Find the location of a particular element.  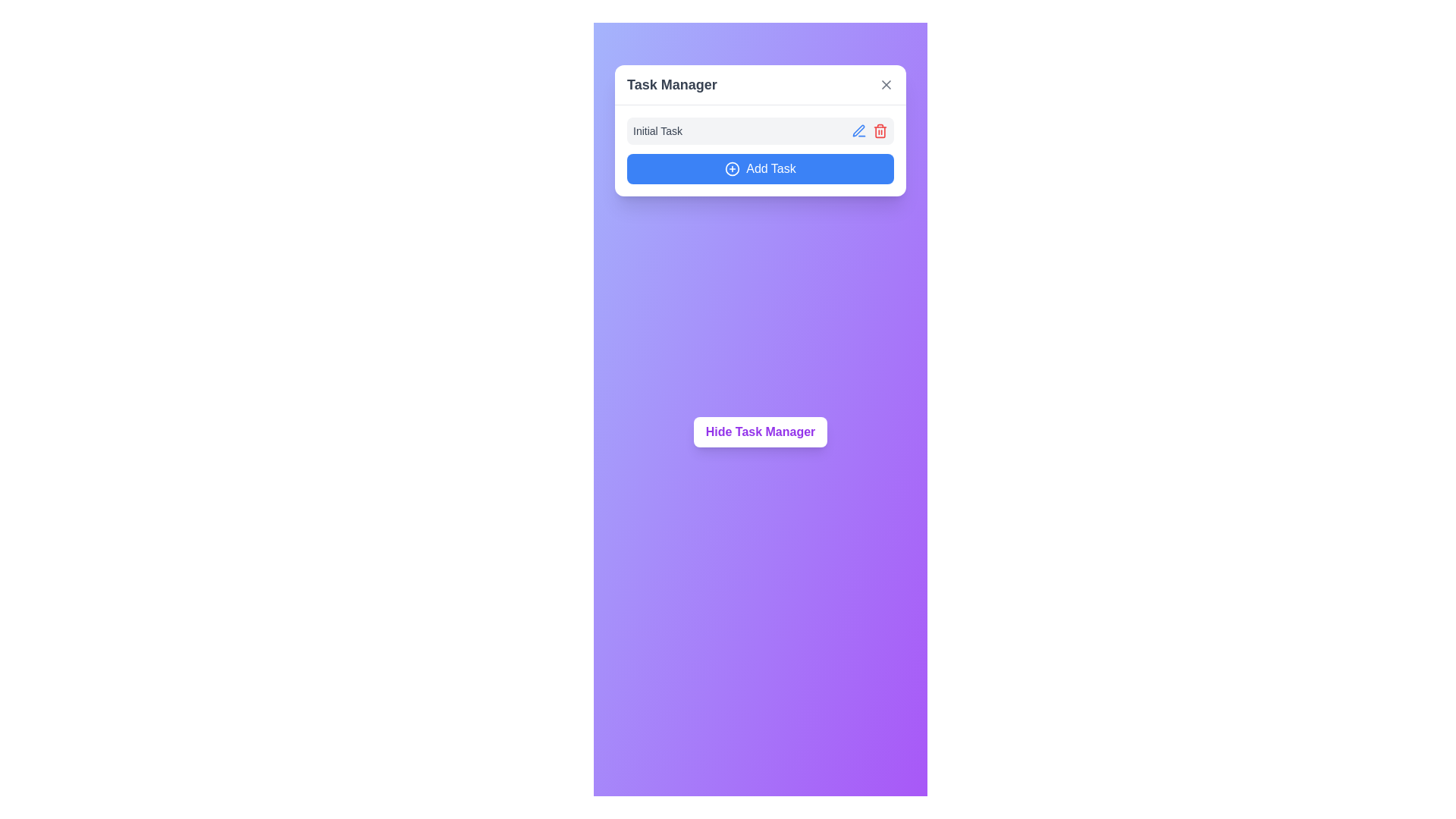

the trash can icon button located in the top right corner of the 'Task Manager' modal is located at coordinates (880, 130).